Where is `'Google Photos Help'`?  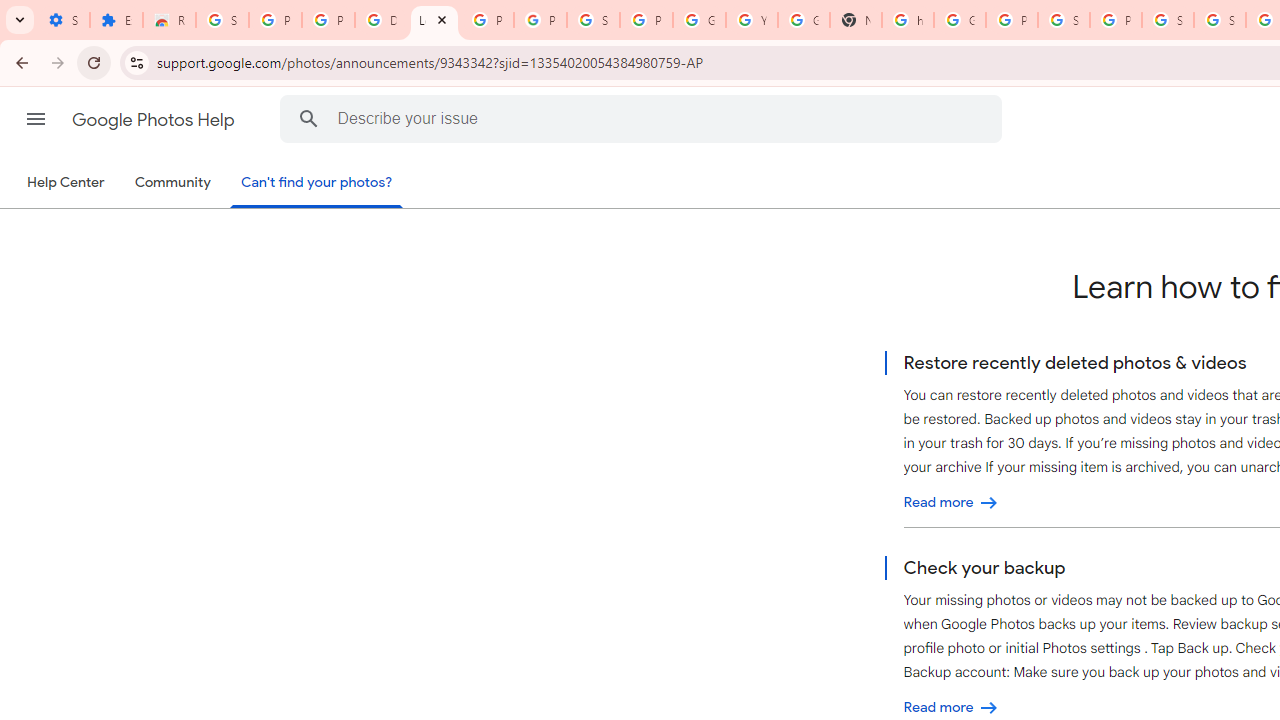 'Google Photos Help' is located at coordinates (154, 119).